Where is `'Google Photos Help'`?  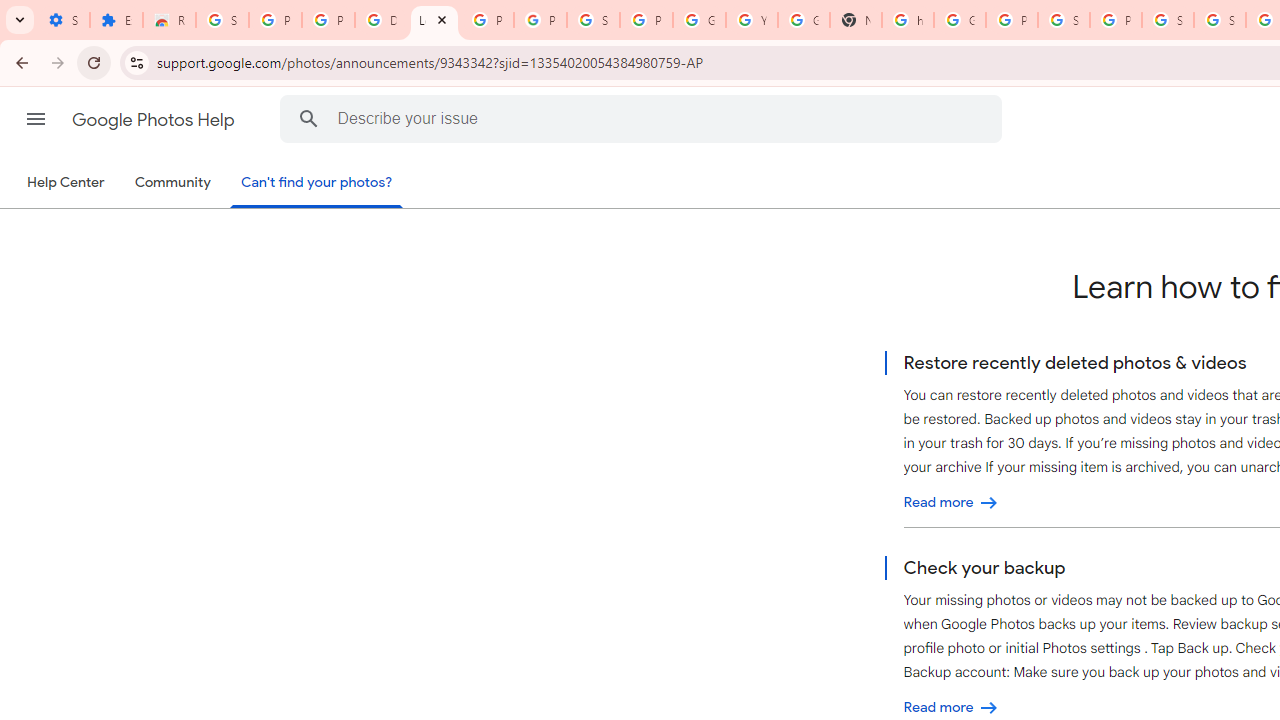 'Google Photos Help' is located at coordinates (154, 119).